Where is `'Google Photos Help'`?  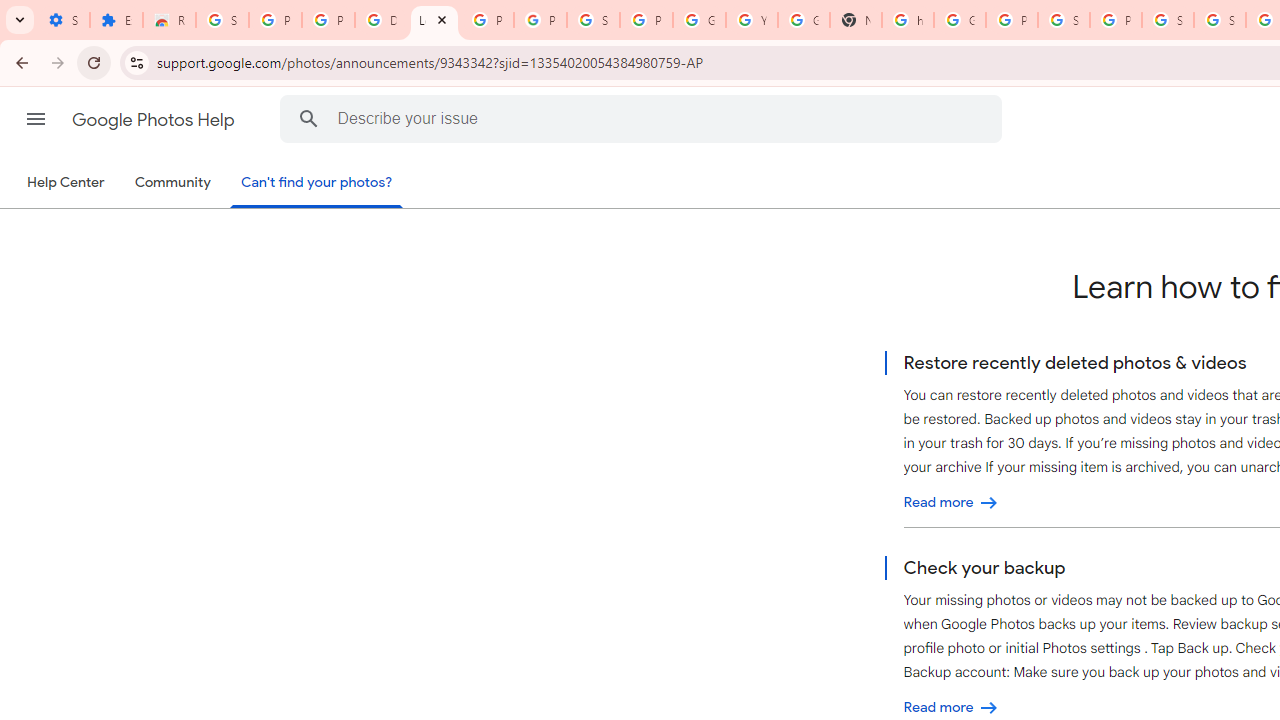 'Google Photos Help' is located at coordinates (154, 119).